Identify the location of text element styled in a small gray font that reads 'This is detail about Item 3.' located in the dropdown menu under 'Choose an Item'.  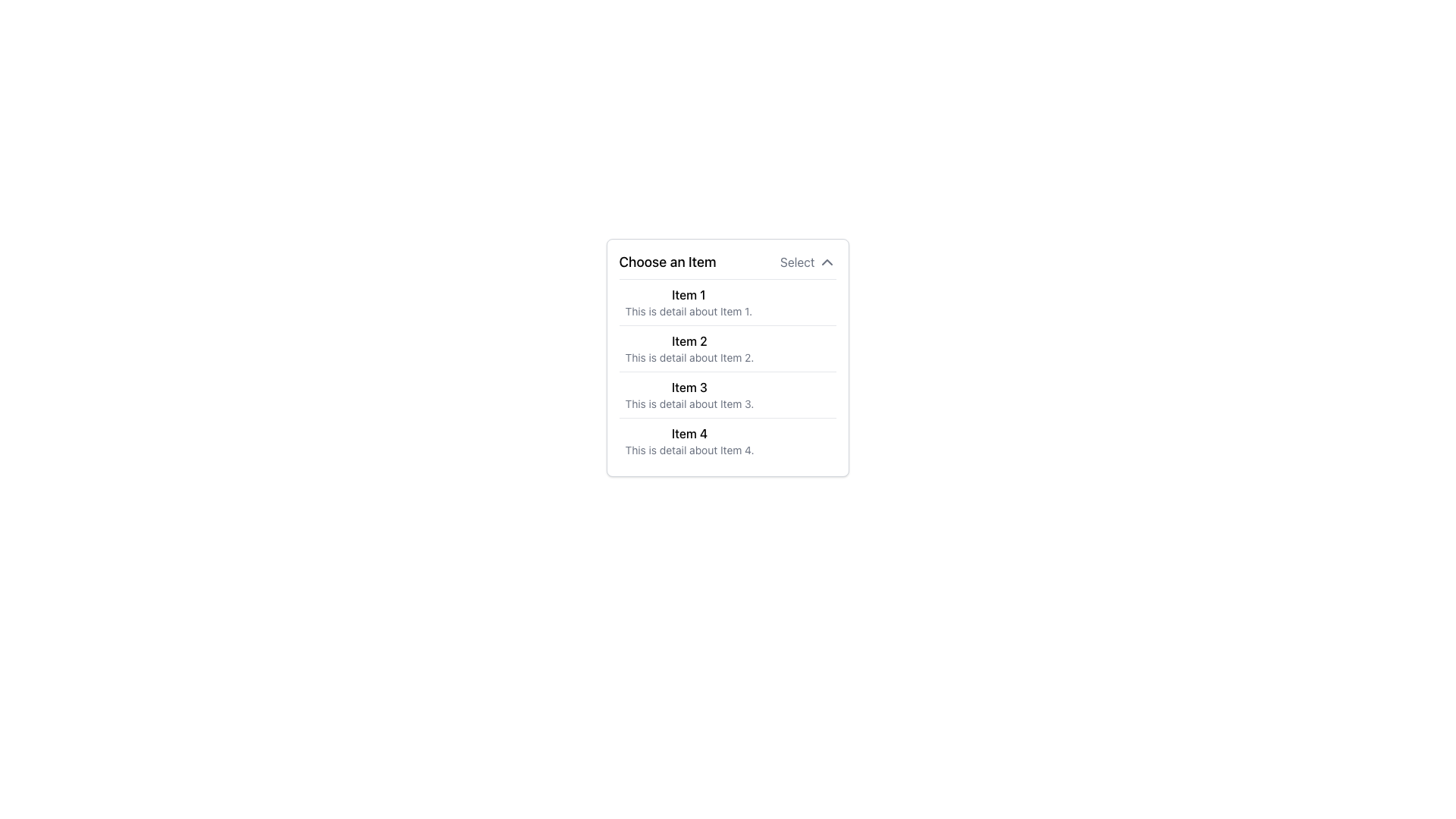
(689, 403).